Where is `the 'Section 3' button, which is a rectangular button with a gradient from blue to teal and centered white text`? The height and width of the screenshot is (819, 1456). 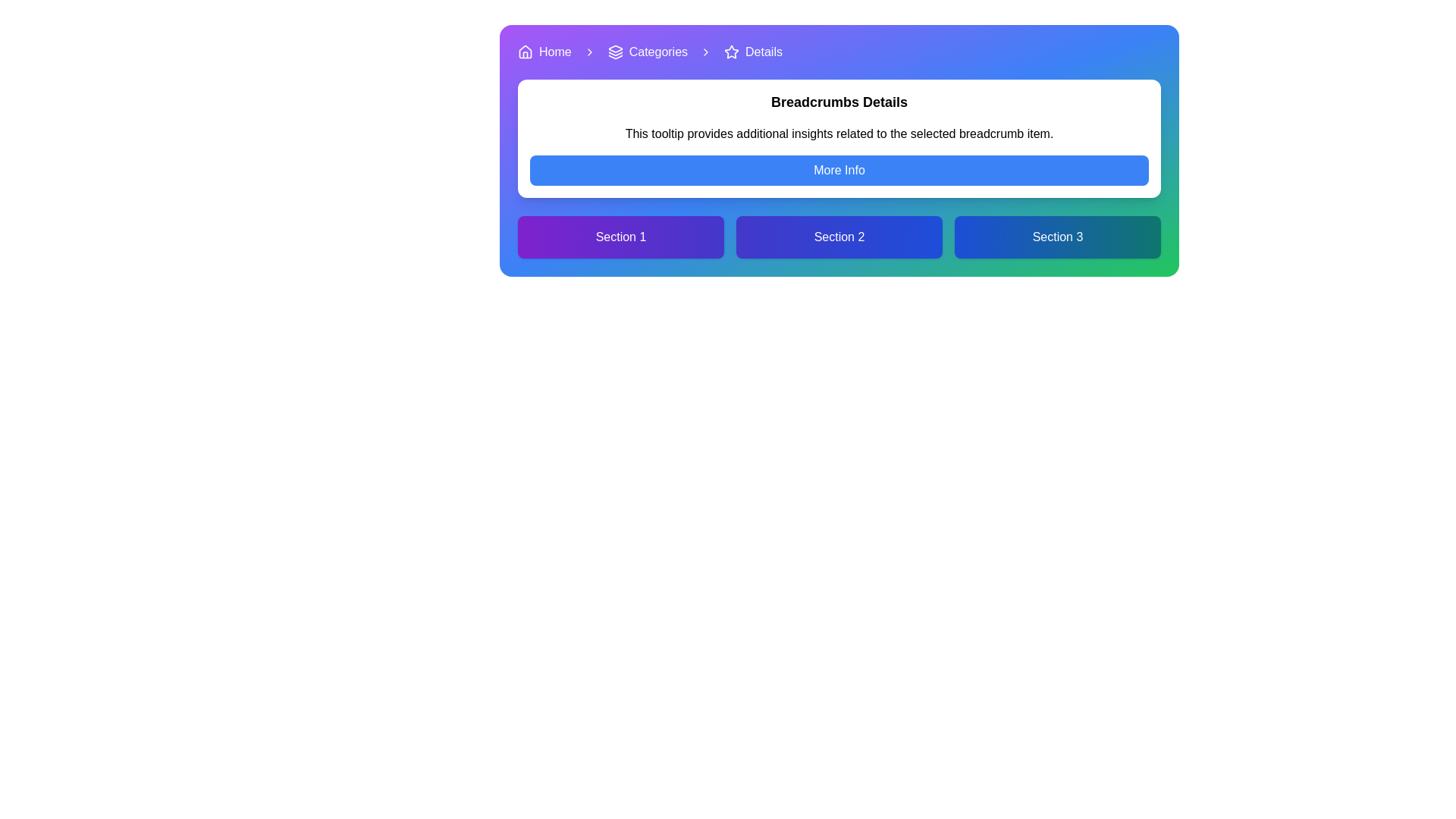
the 'Section 3' button, which is a rectangular button with a gradient from blue to teal and centered white text is located at coordinates (1057, 237).